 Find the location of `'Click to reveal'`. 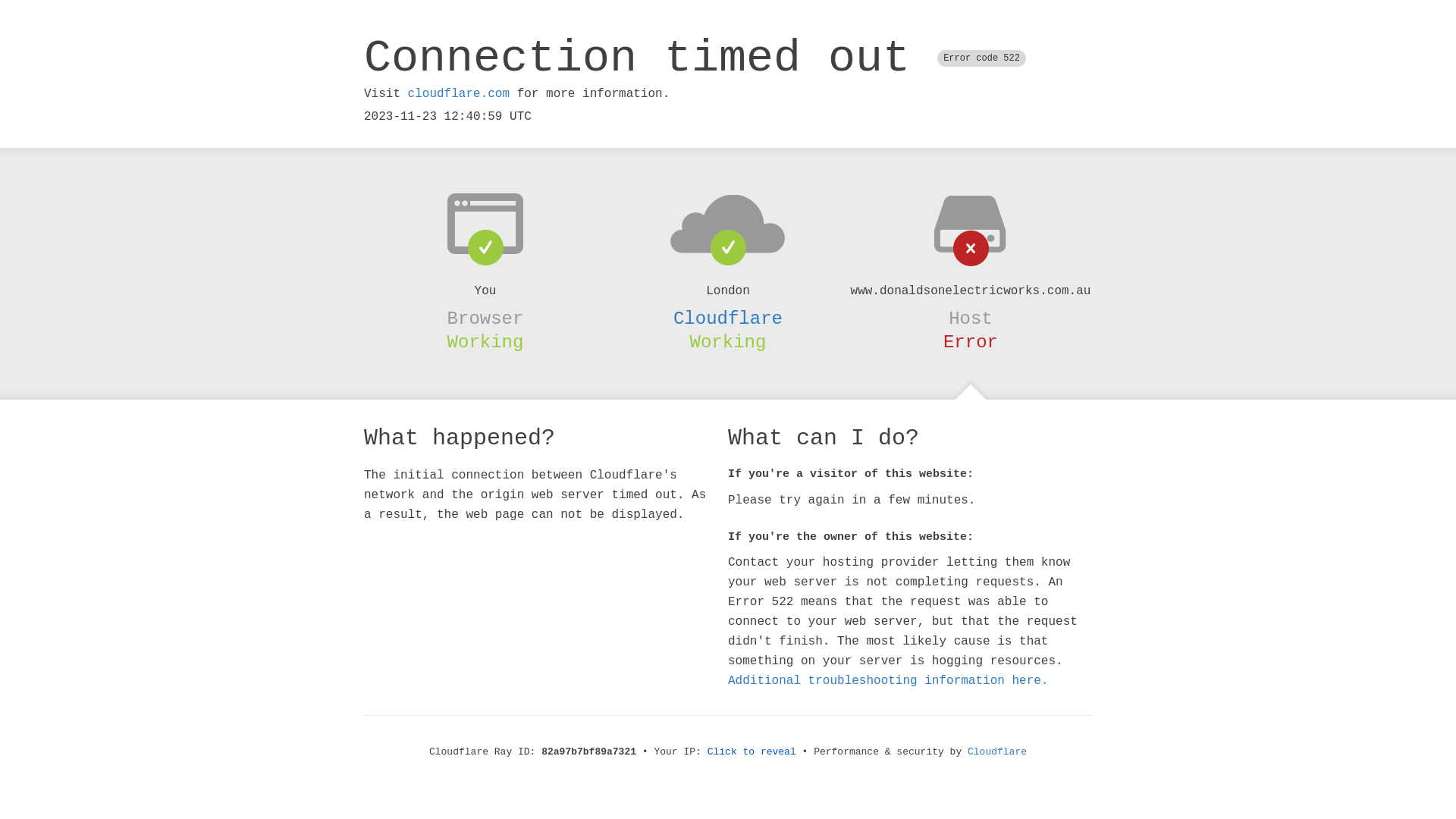

'Click to reveal' is located at coordinates (706, 752).